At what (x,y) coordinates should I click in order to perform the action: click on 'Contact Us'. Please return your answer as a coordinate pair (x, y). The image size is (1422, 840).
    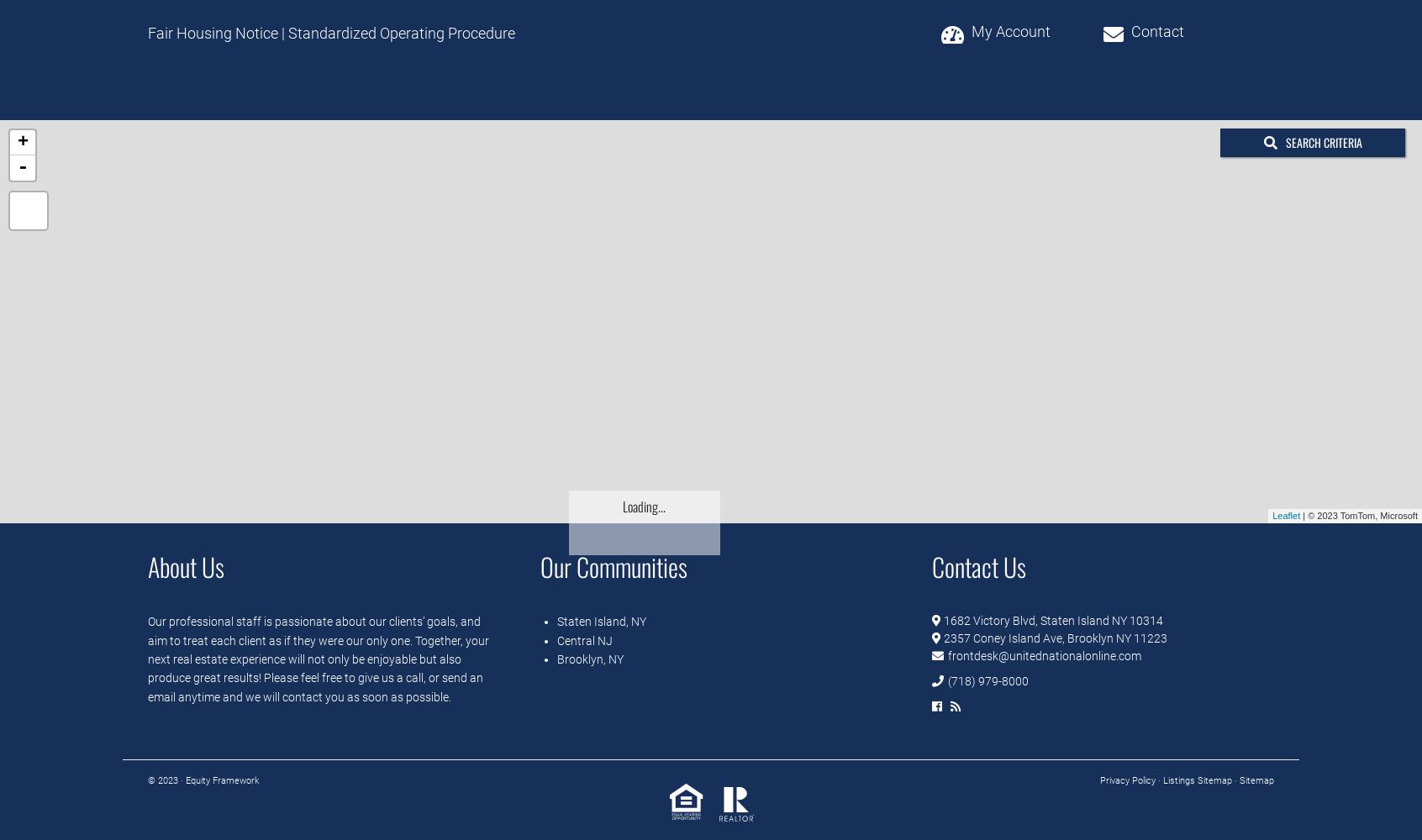
    Looking at the image, I should click on (977, 566).